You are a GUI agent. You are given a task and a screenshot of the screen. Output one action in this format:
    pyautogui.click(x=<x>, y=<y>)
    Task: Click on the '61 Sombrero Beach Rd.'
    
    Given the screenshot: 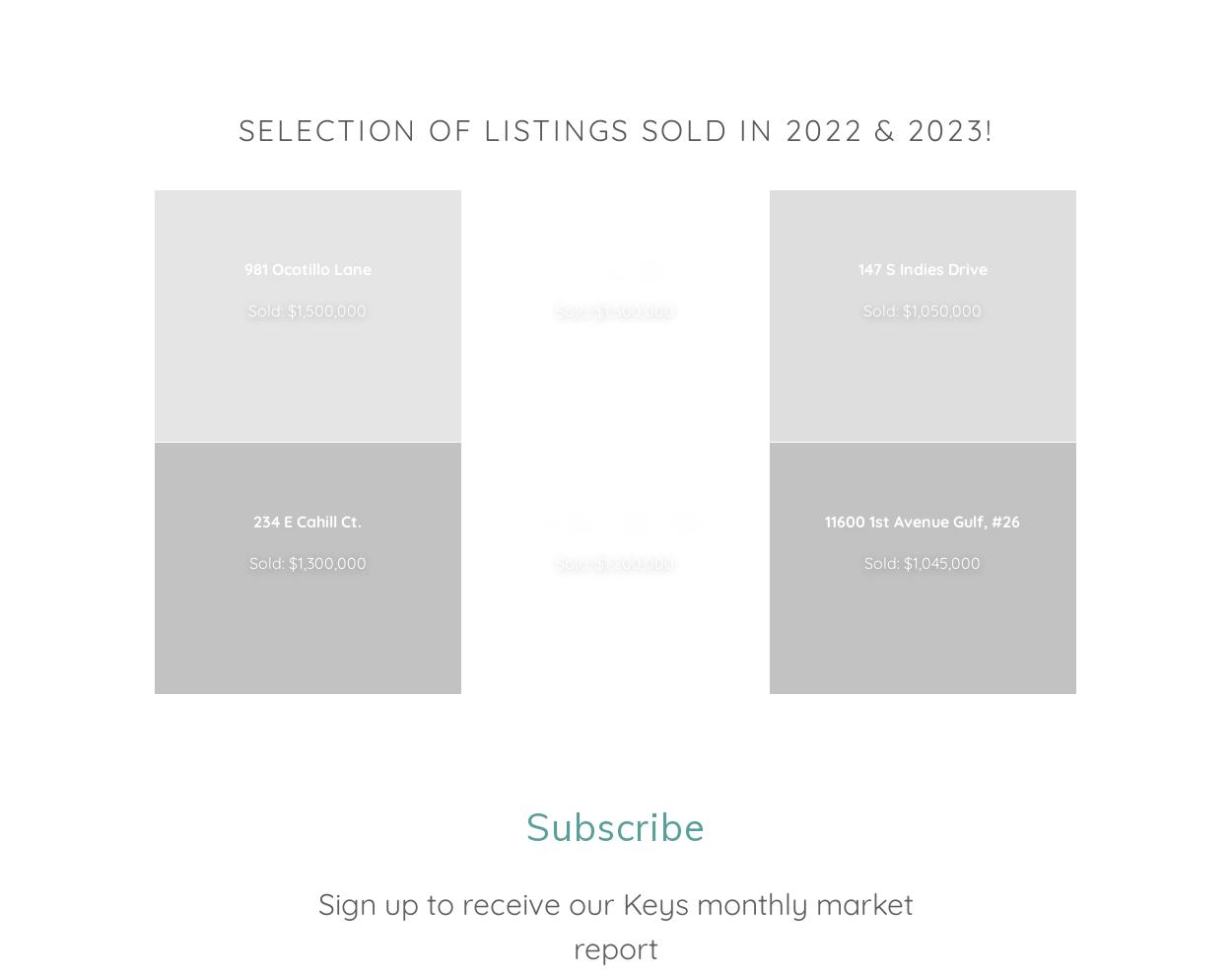 What is the action you would take?
    pyautogui.click(x=614, y=521)
    